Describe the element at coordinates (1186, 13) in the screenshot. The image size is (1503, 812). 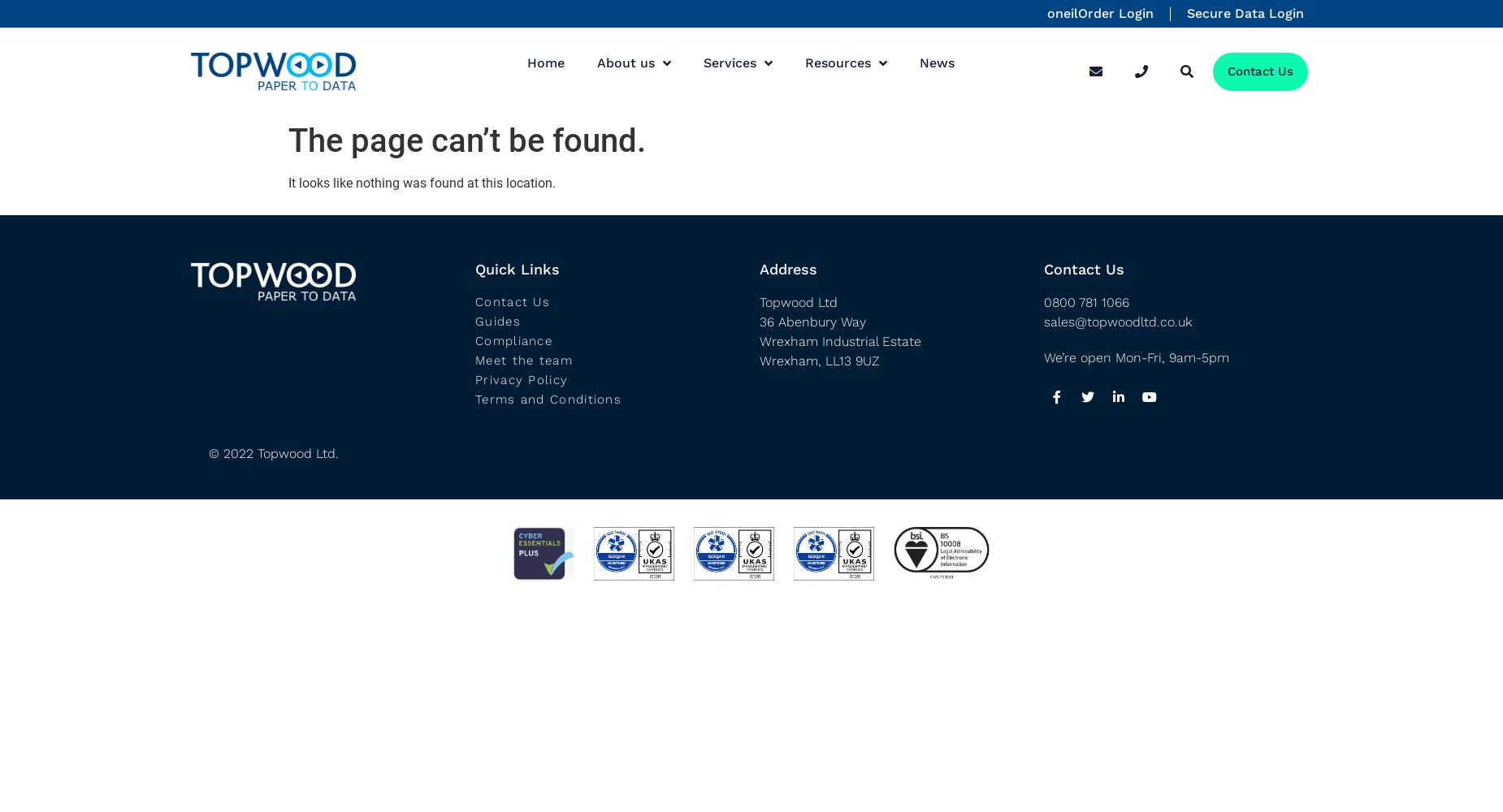
I see `'Secure Data Login'` at that location.